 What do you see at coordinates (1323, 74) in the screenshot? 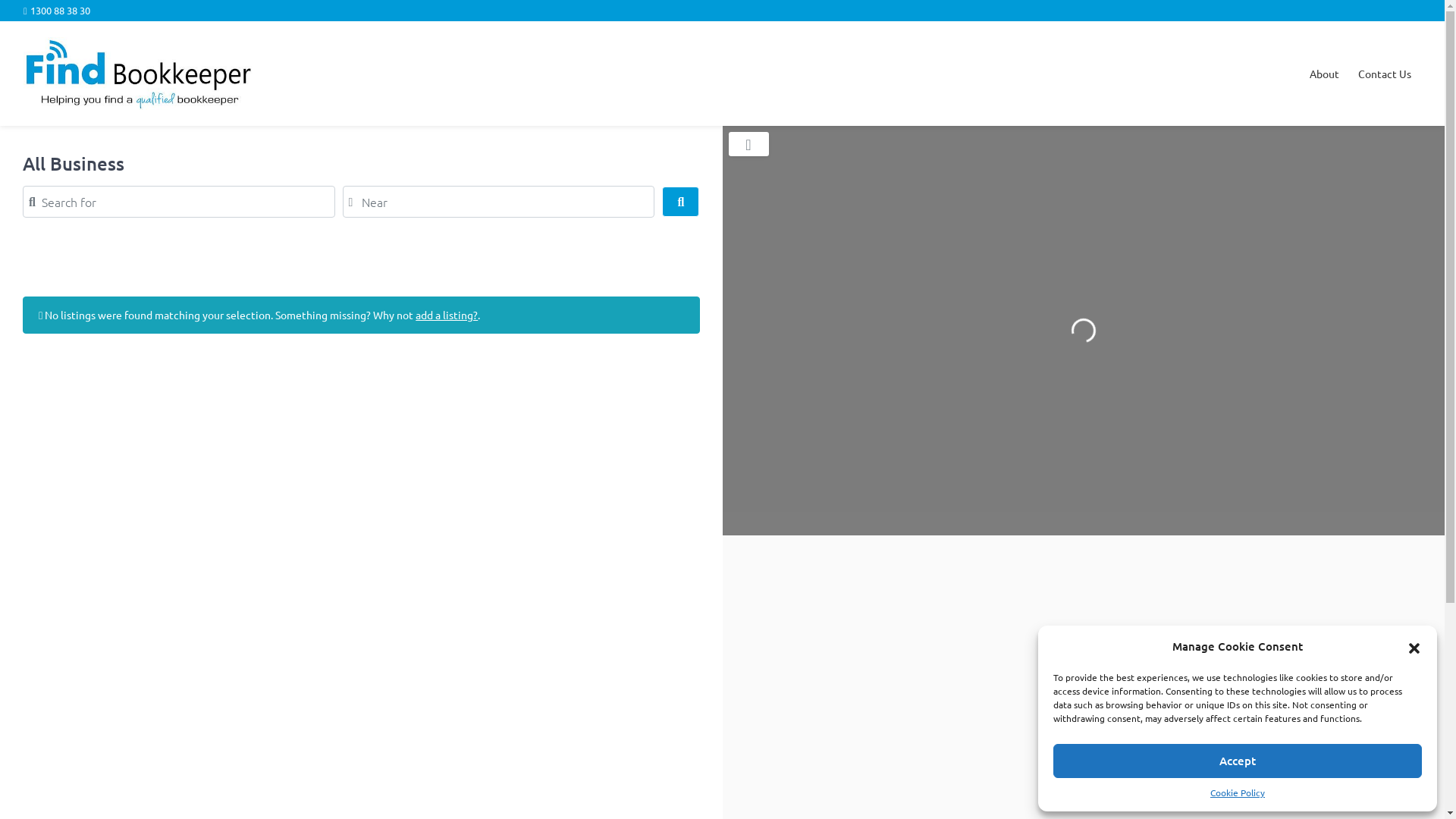
I see `'About'` at bounding box center [1323, 74].